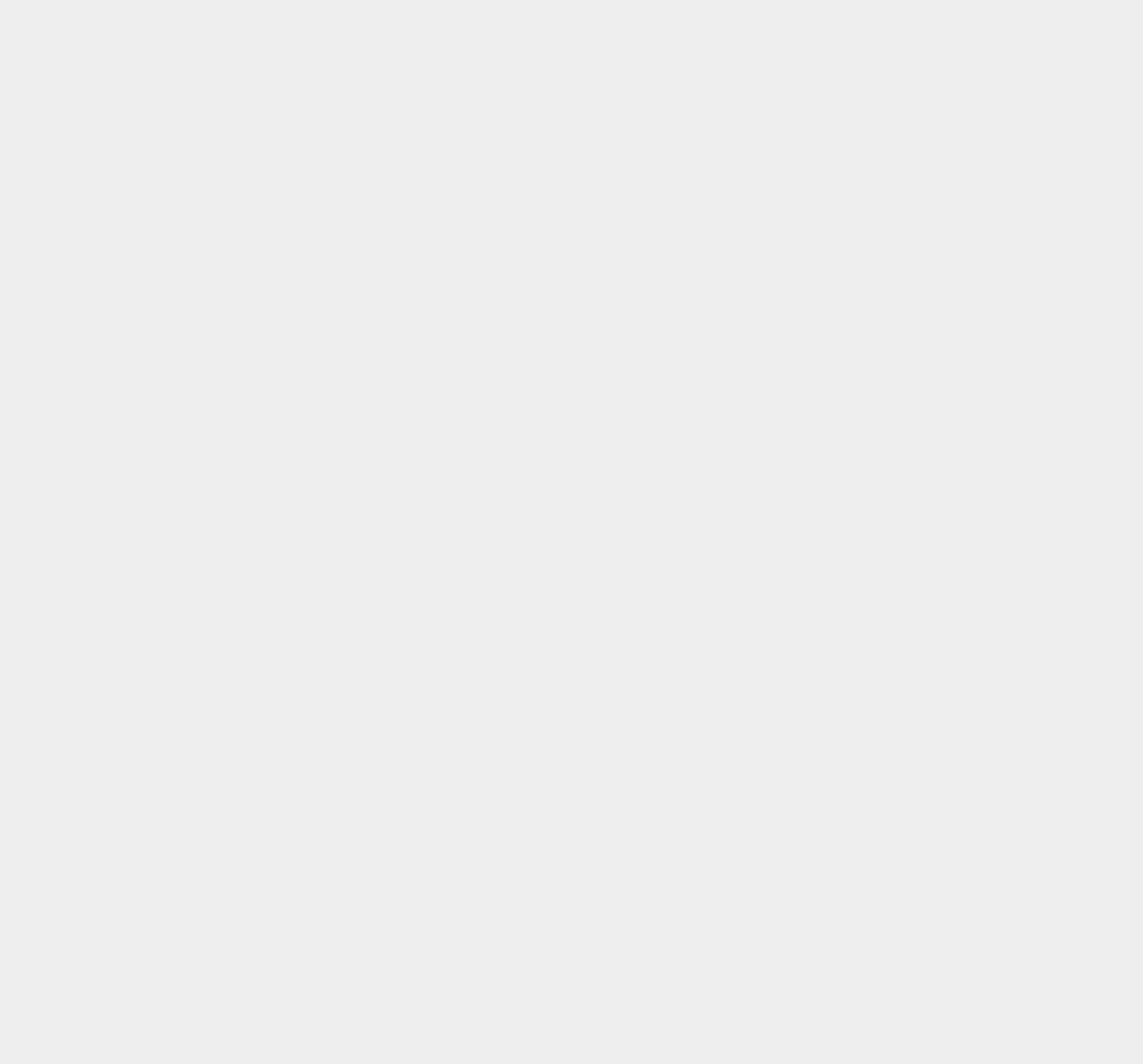 The width and height of the screenshot is (1143, 1064). Describe the element at coordinates (837, 624) in the screenshot. I see `'Apple Pay'` at that location.